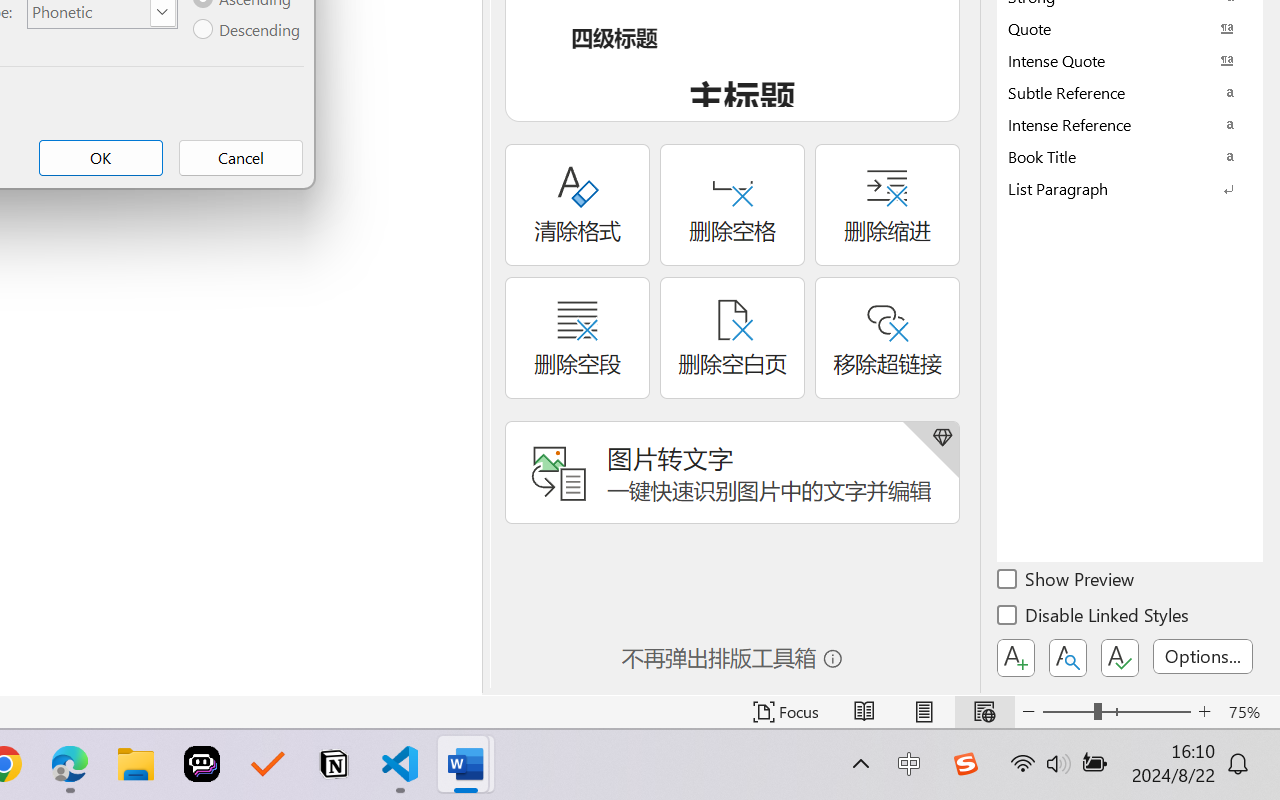 Image resolution: width=1280 pixels, height=800 pixels. What do you see at coordinates (1115, 711) in the screenshot?
I see `'Zoom'` at bounding box center [1115, 711].